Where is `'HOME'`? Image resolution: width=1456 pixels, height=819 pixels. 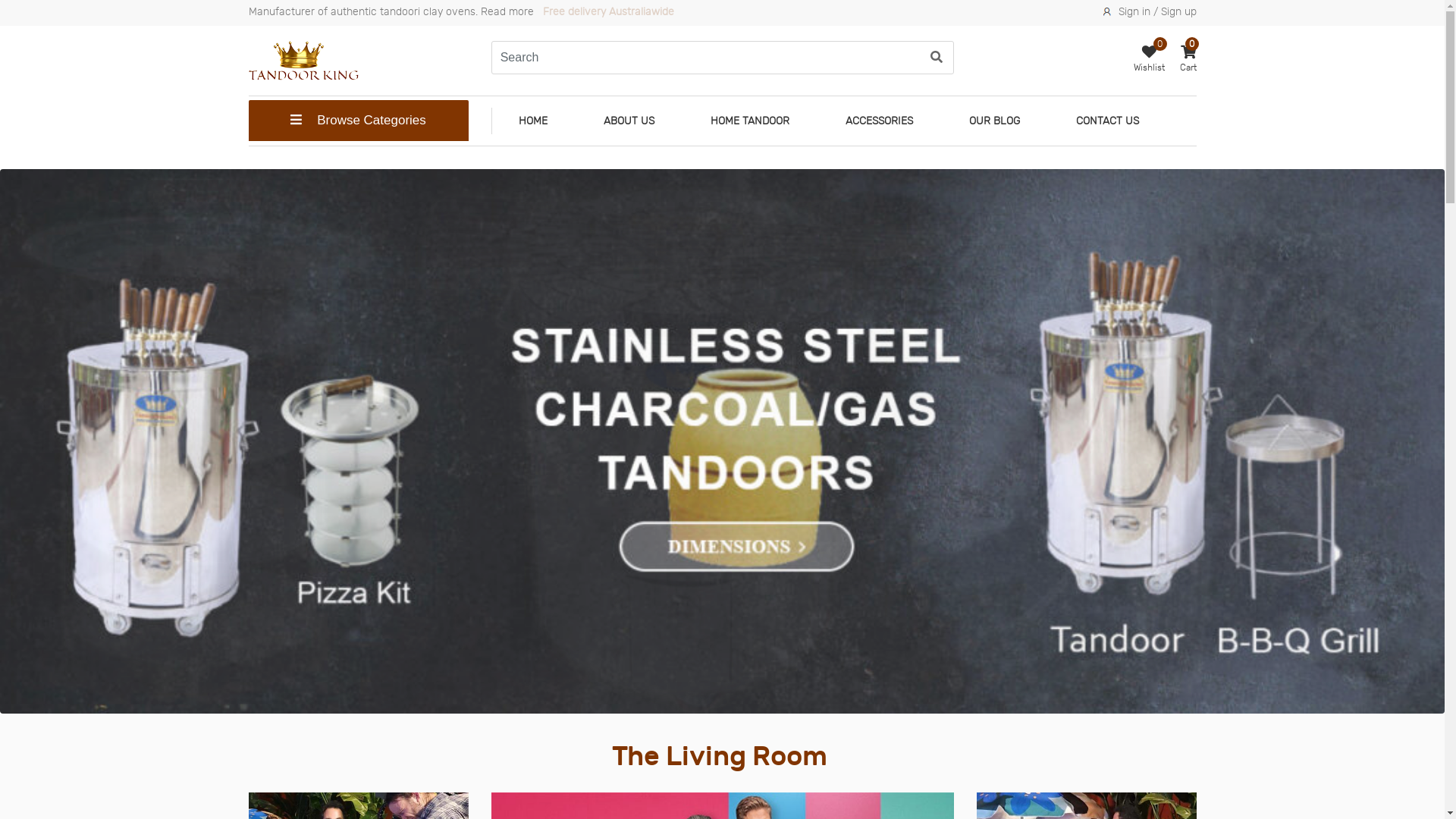 'HOME' is located at coordinates (532, 120).